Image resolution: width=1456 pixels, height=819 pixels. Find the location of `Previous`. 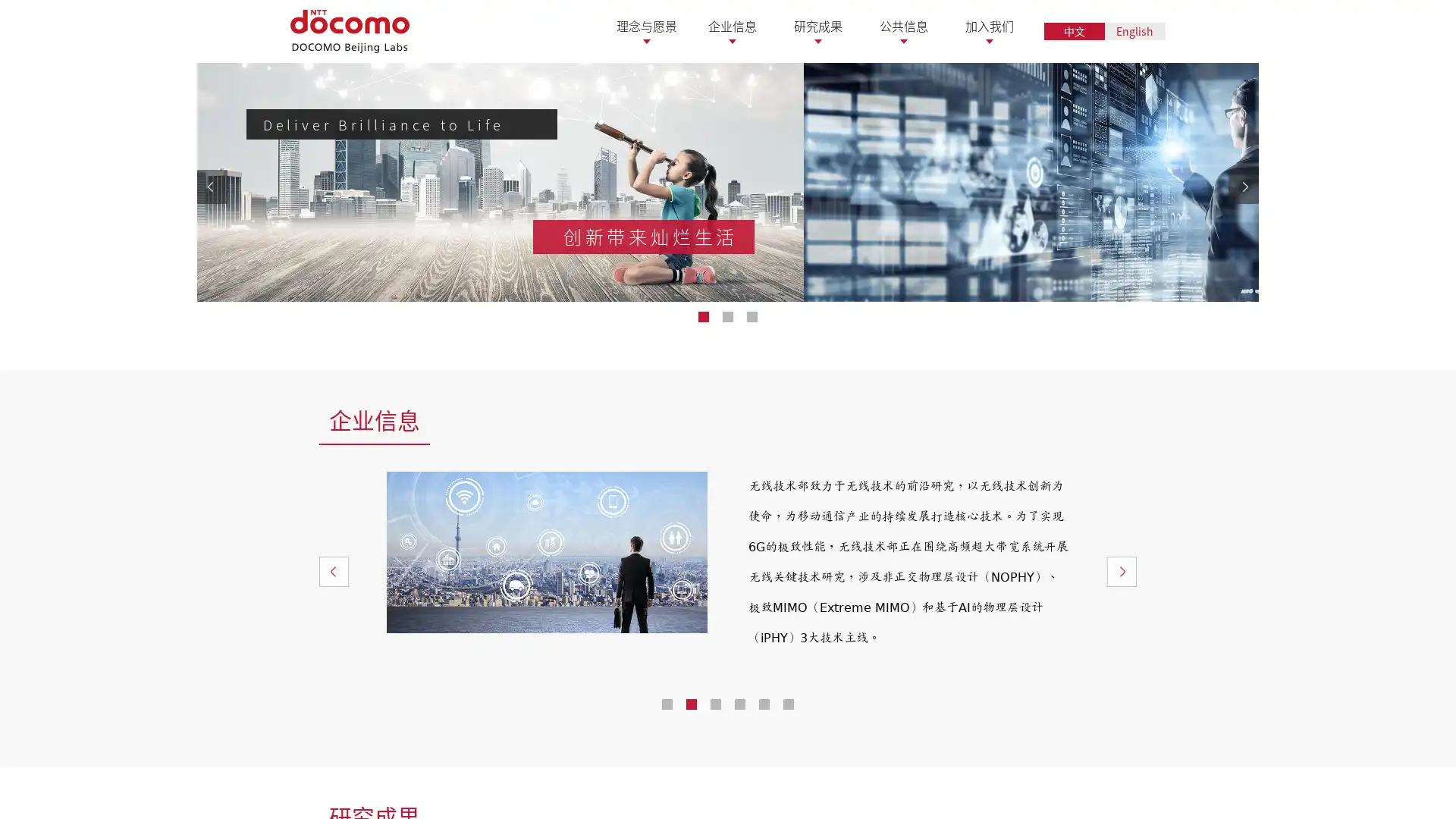

Previous is located at coordinates (211, 277).